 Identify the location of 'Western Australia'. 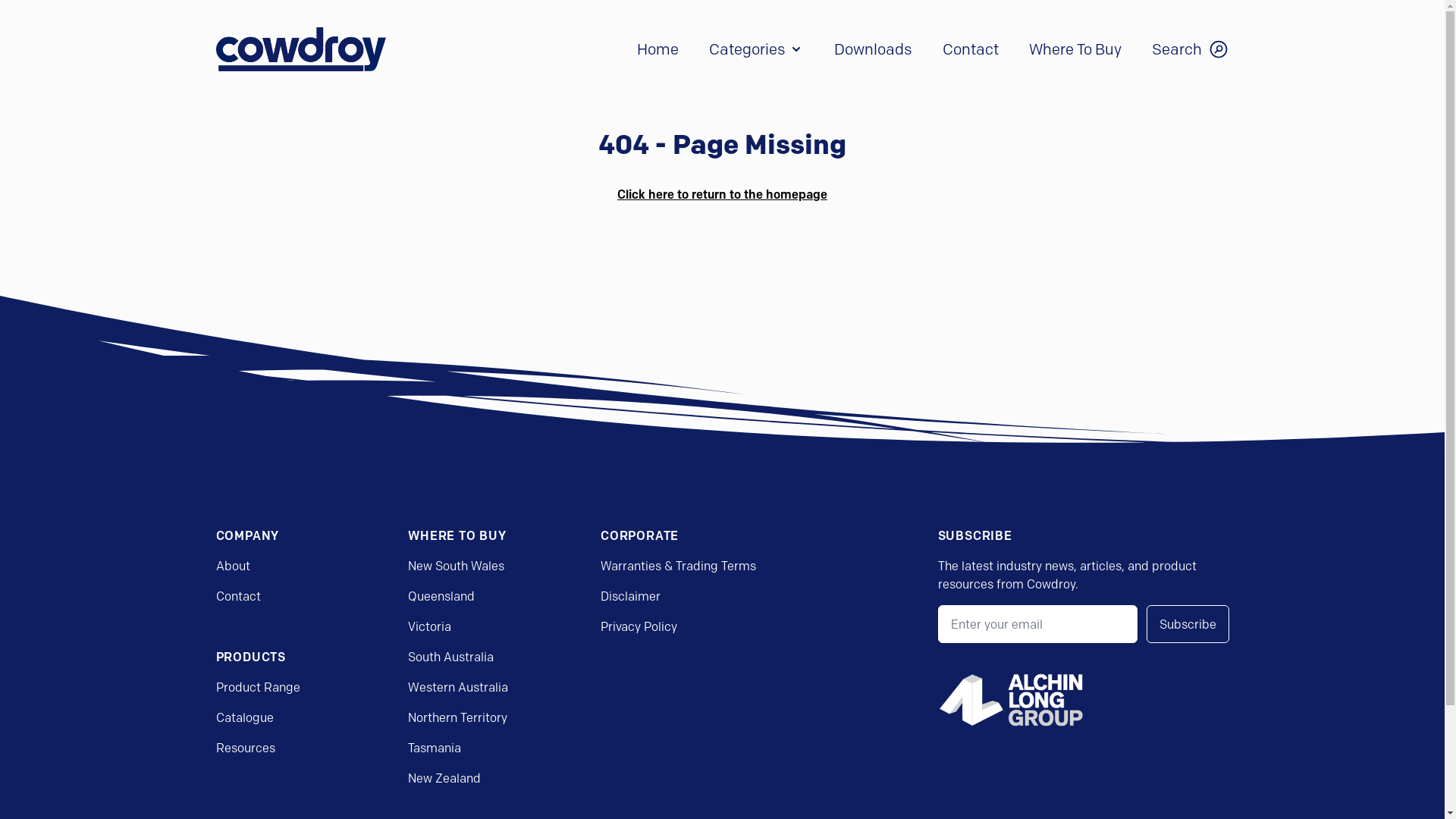
(457, 687).